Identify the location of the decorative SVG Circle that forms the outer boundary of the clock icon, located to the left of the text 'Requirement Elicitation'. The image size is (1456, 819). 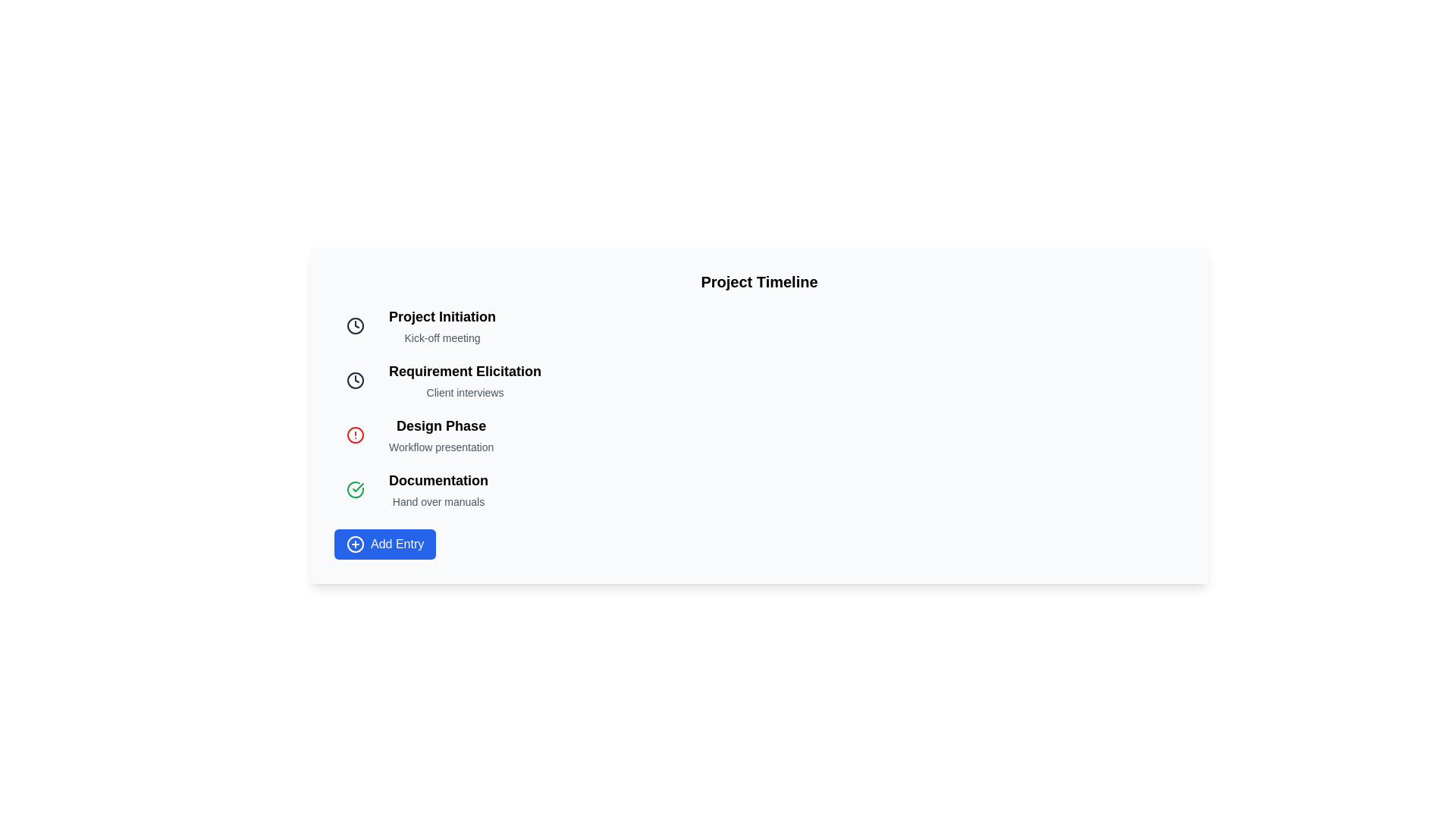
(355, 379).